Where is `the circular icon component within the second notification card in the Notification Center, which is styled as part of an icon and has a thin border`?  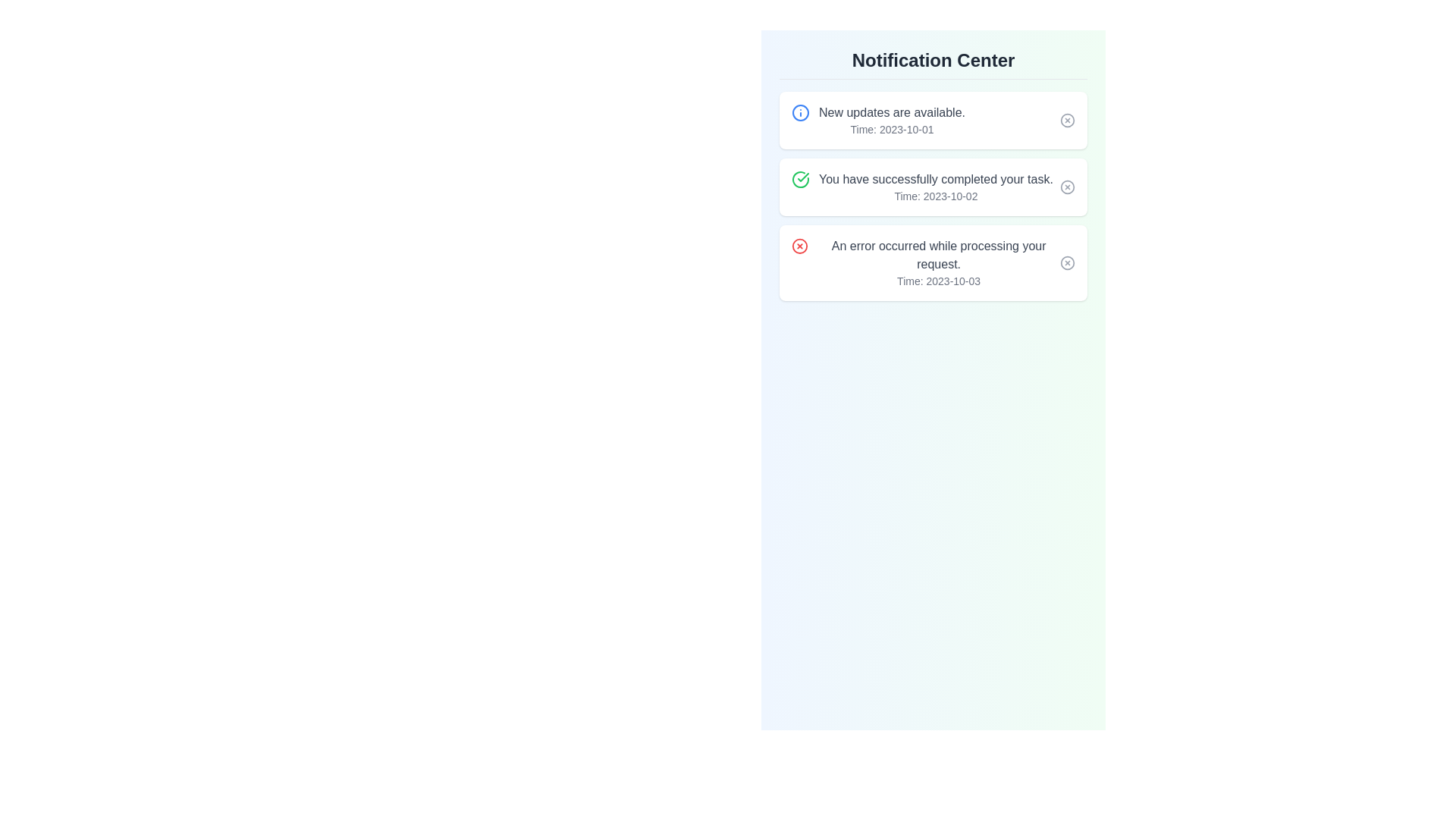
the circular icon component within the second notification card in the Notification Center, which is styled as part of an icon and has a thin border is located at coordinates (1066, 186).